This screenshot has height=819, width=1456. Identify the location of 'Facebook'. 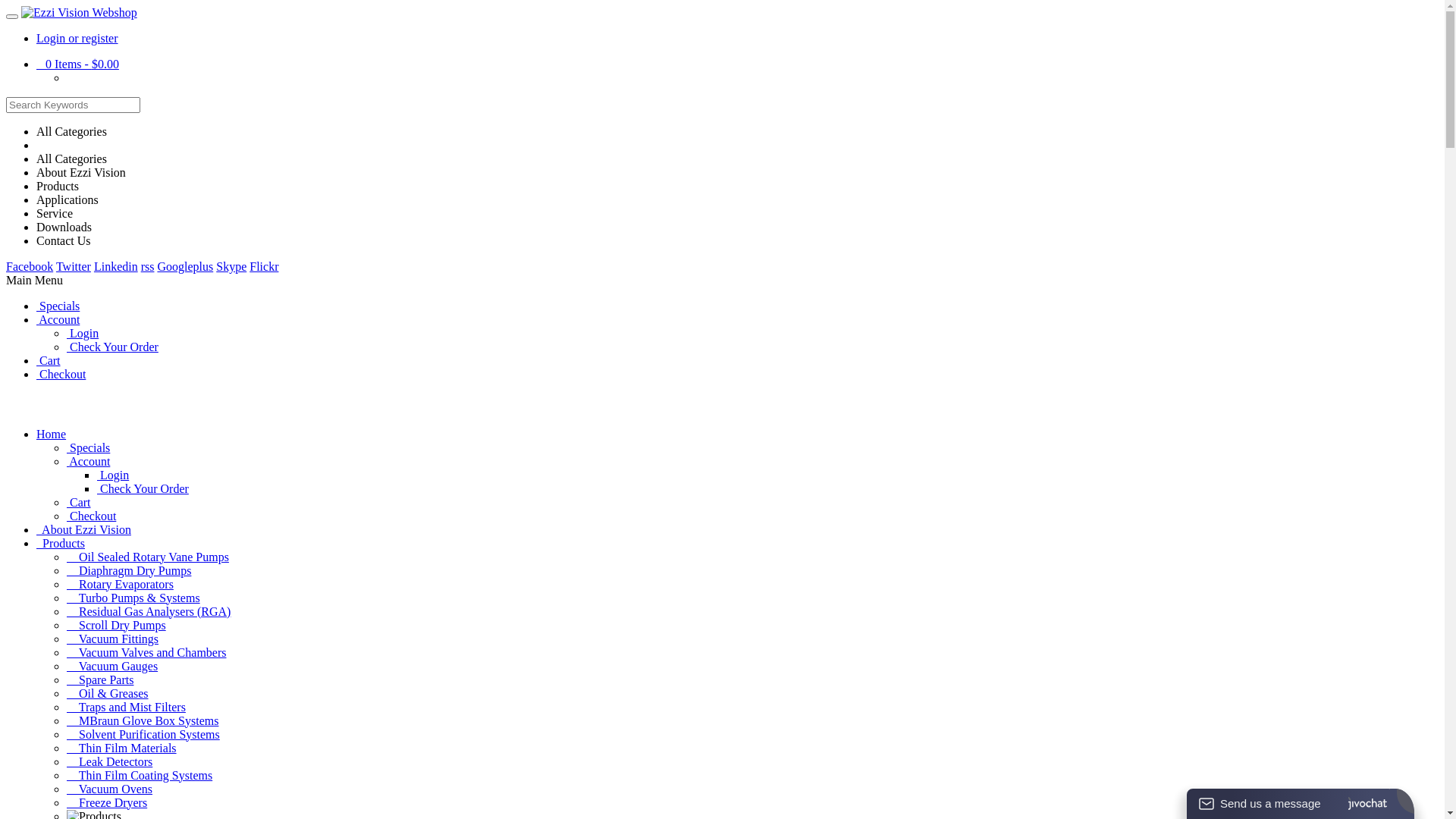
(29, 265).